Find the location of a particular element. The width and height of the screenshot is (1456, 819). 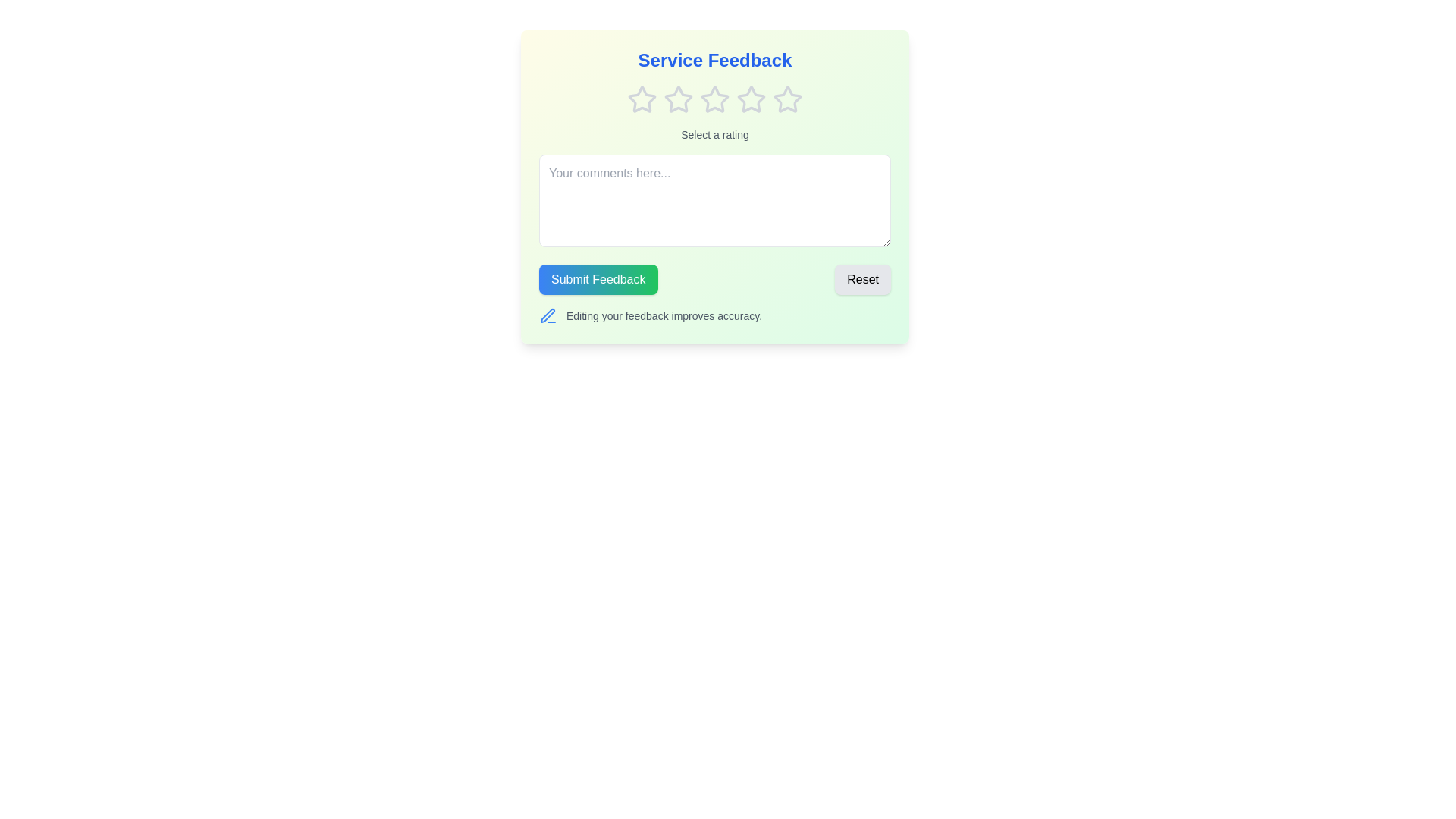

the Text label that provides guidance for enhancing feedback accuracy, located at the bottom-left of the feedback form next to a blue pen icon is located at coordinates (664, 315).